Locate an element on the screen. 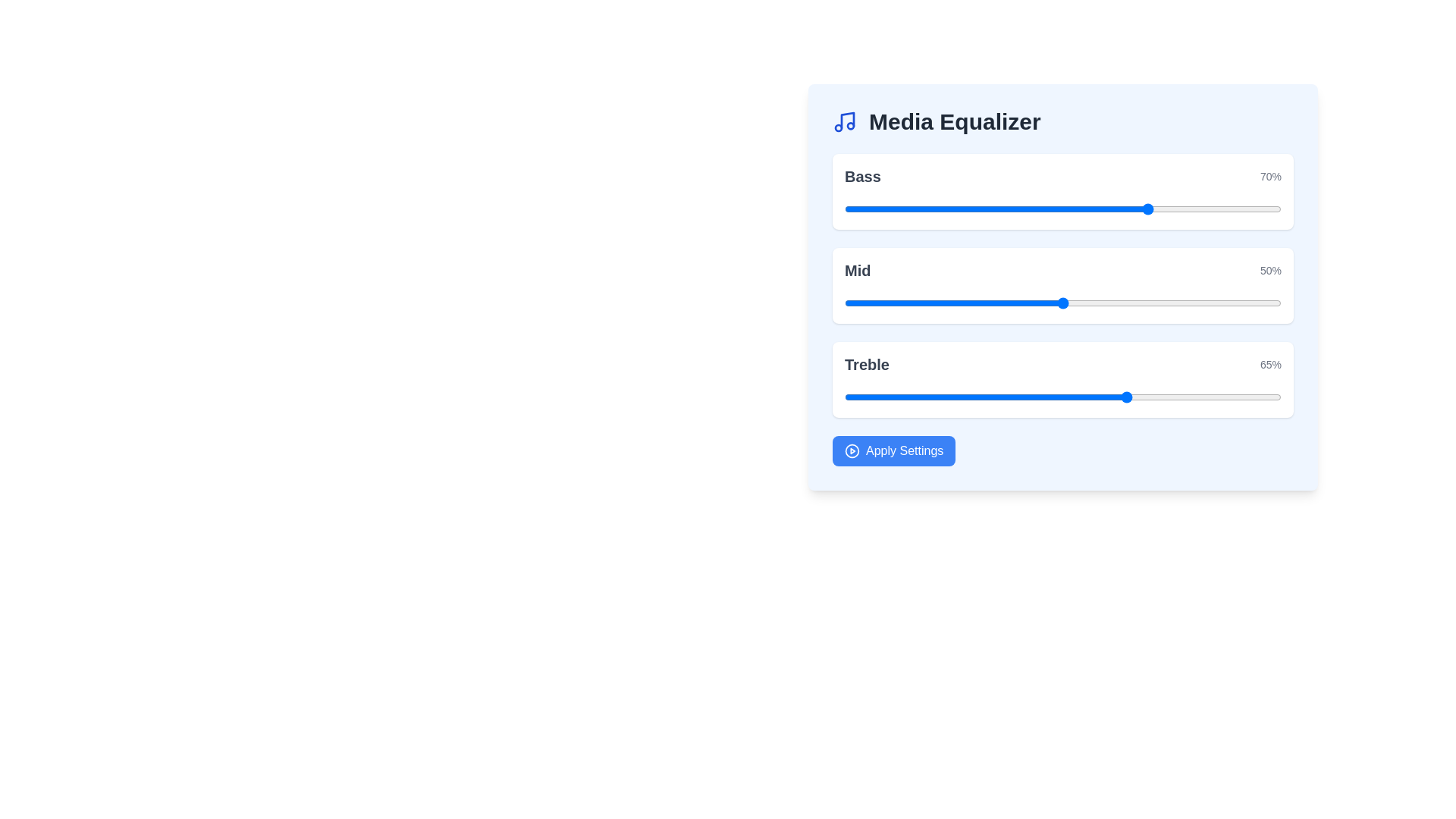 Image resolution: width=1456 pixels, height=819 pixels. the slider is located at coordinates (858, 303).